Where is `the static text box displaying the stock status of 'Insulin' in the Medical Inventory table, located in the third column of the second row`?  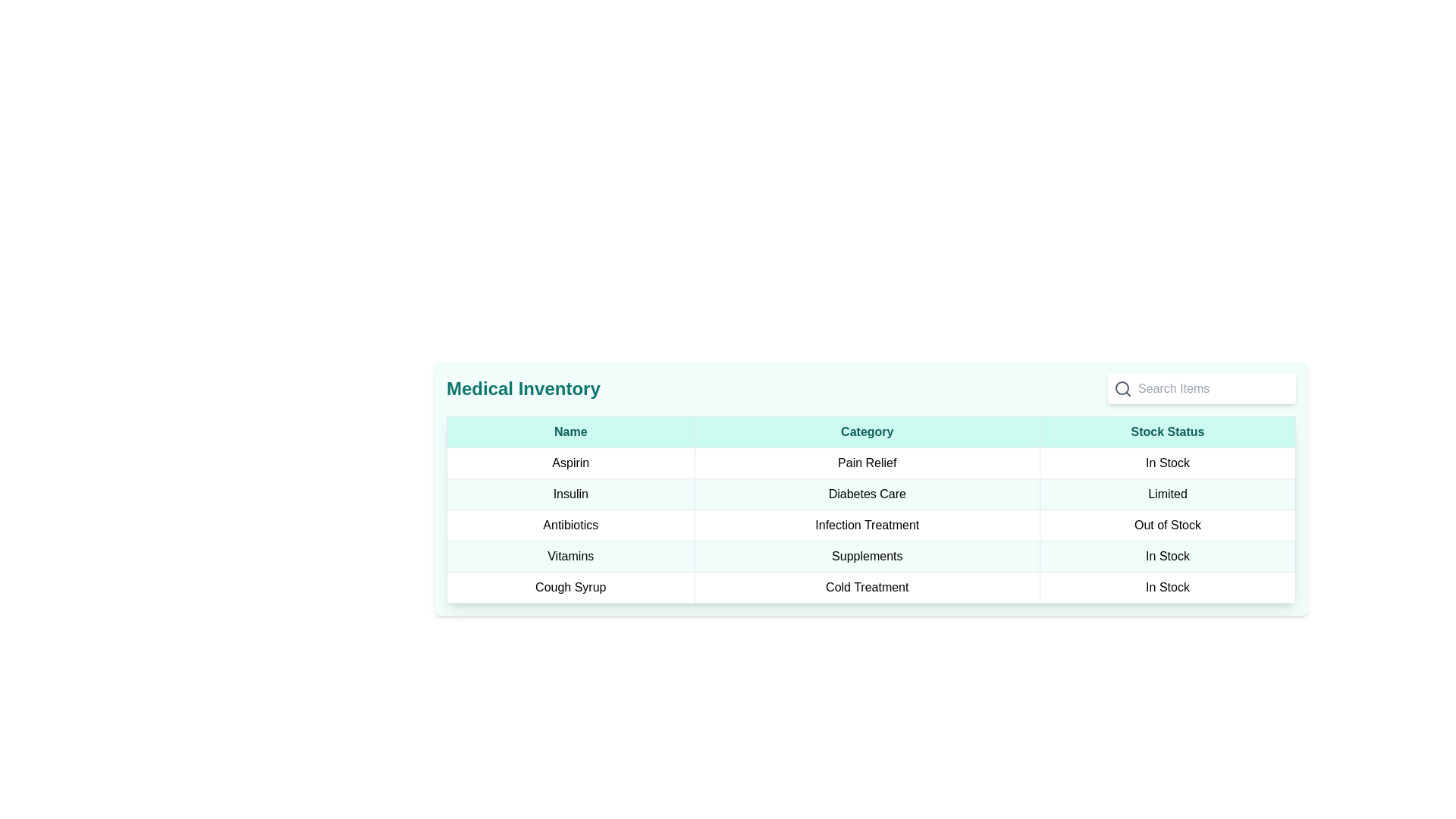
the static text box displaying the stock status of 'Insulin' in the Medical Inventory table, located in the third column of the second row is located at coordinates (1167, 494).